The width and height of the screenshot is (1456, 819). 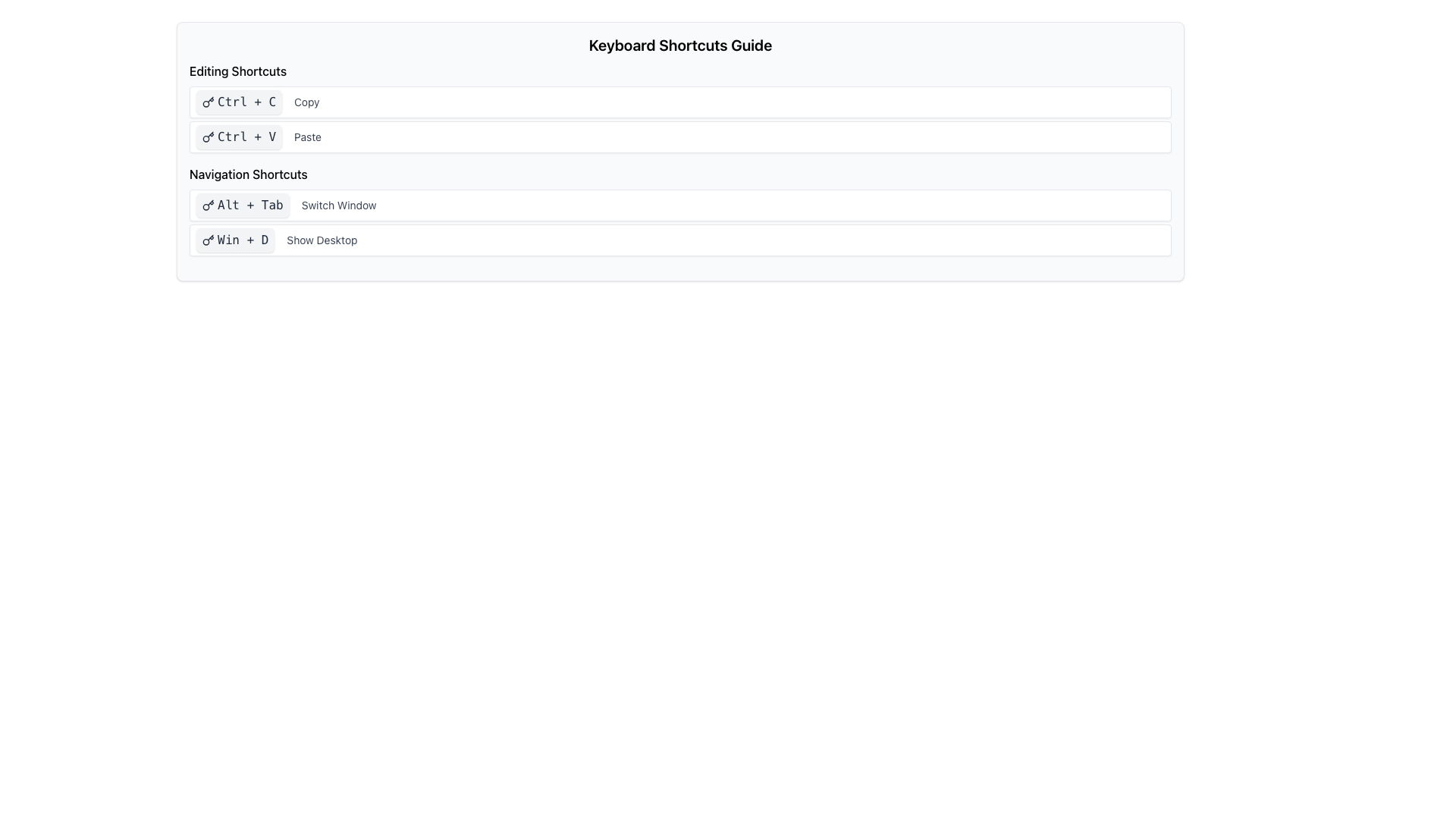 I want to click on the 'Ctrl + V' text display in the 'Editing Shortcuts' section, which visually represents the paste operation, so click(x=246, y=137).